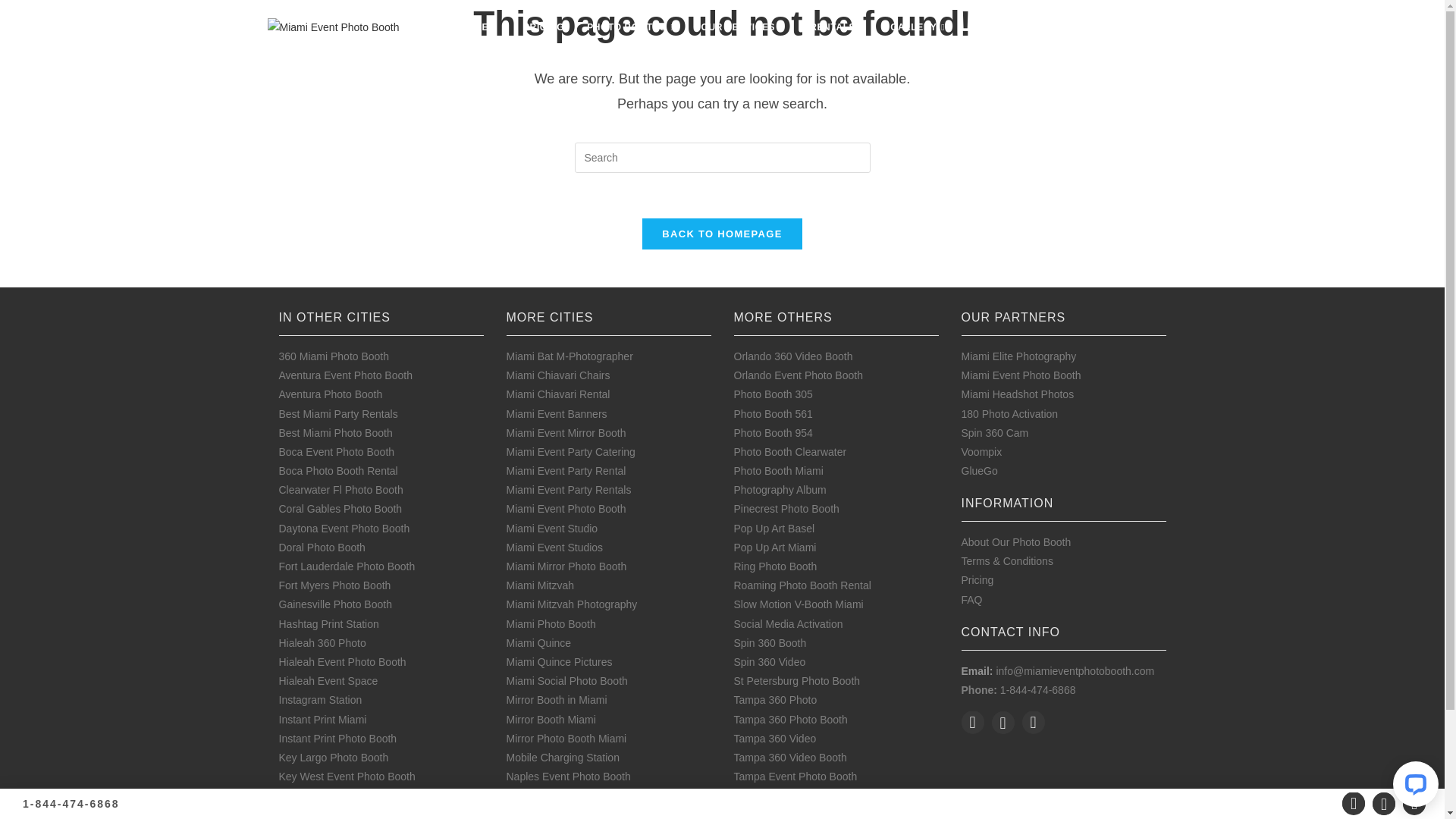 The image size is (1456, 819). What do you see at coordinates (346, 566) in the screenshot?
I see `'Fort Lauderdale Photo Booth'` at bounding box center [346, 566].